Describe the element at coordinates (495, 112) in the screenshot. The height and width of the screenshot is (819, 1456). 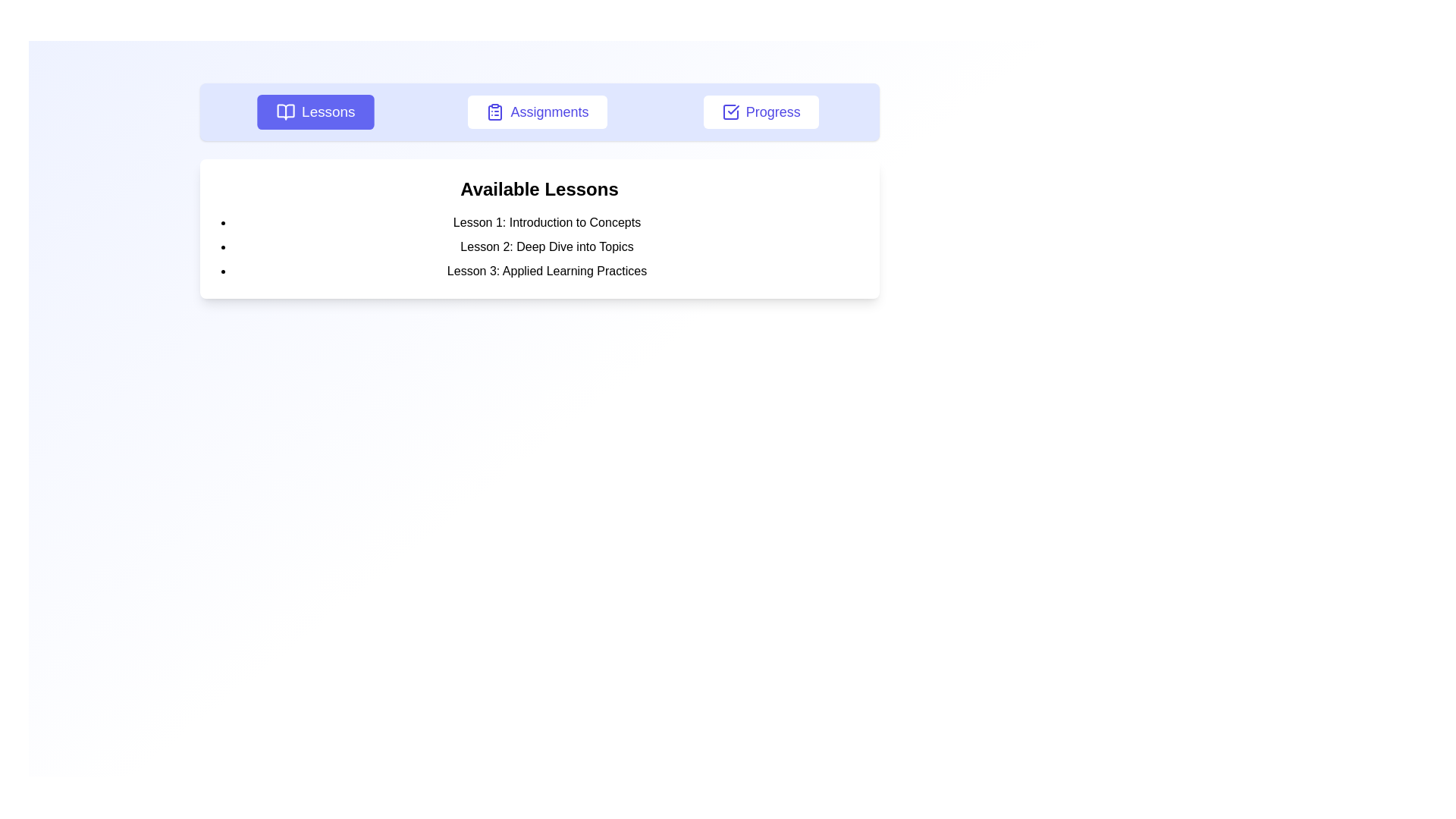
I see `the middle clipboard icon button in the navigation bar` at that location.